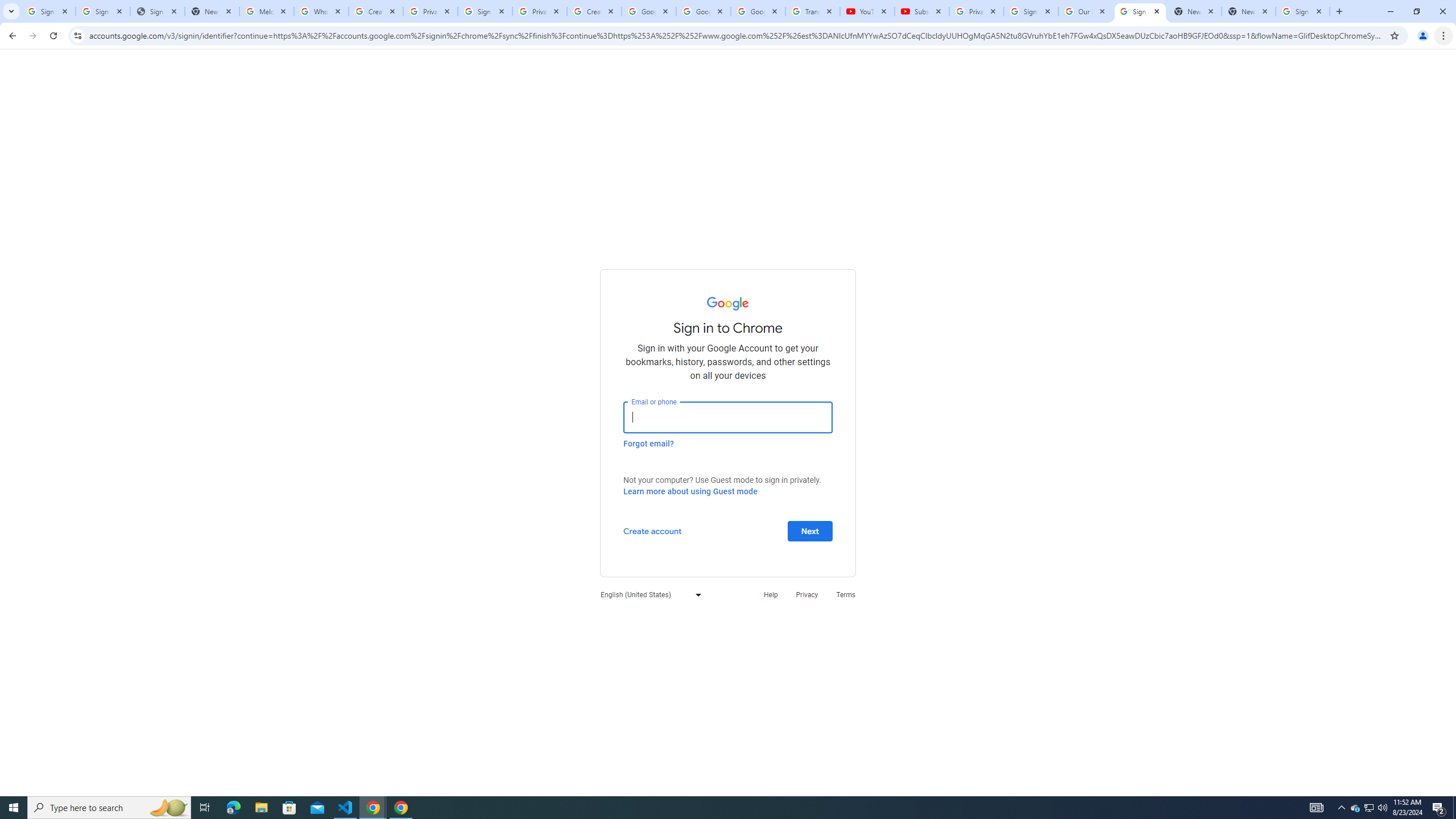 The width and height of the screenshot is (1456, 819). I want to click on 'English (United States)', so click(647, 594).